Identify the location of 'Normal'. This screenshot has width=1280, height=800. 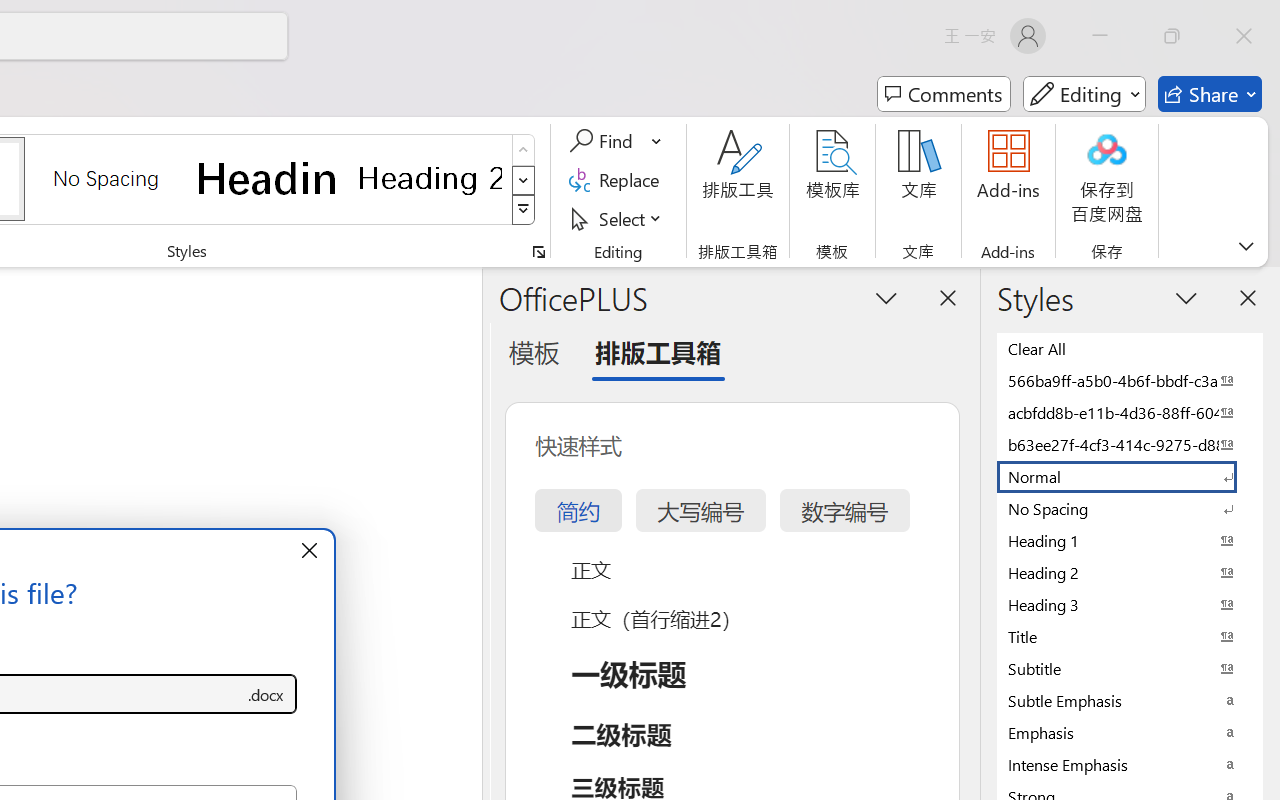
(1130, 476).